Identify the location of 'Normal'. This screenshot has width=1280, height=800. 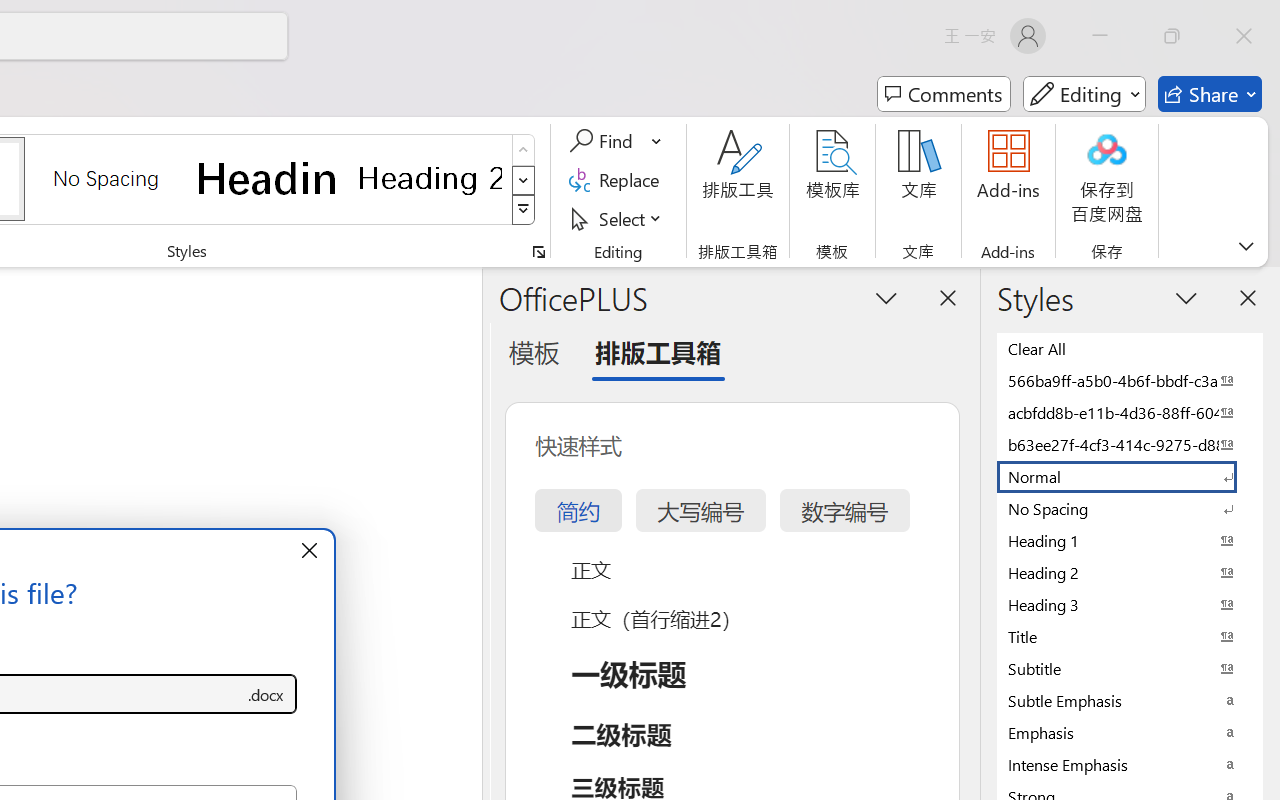
(1130, 476).